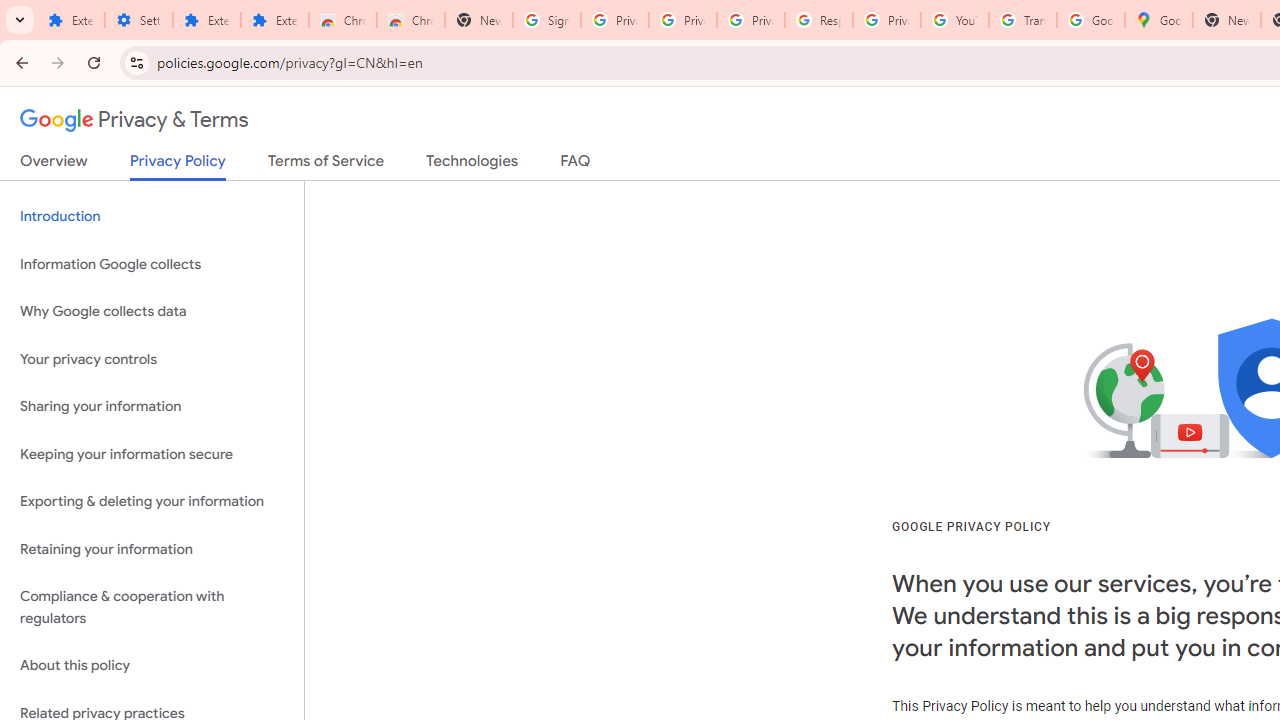 The height and width of the screenshot is (720, 1280). Describe the element at coordinates (206, 20) in the screenshot. I see `'Extensions'` at that location.